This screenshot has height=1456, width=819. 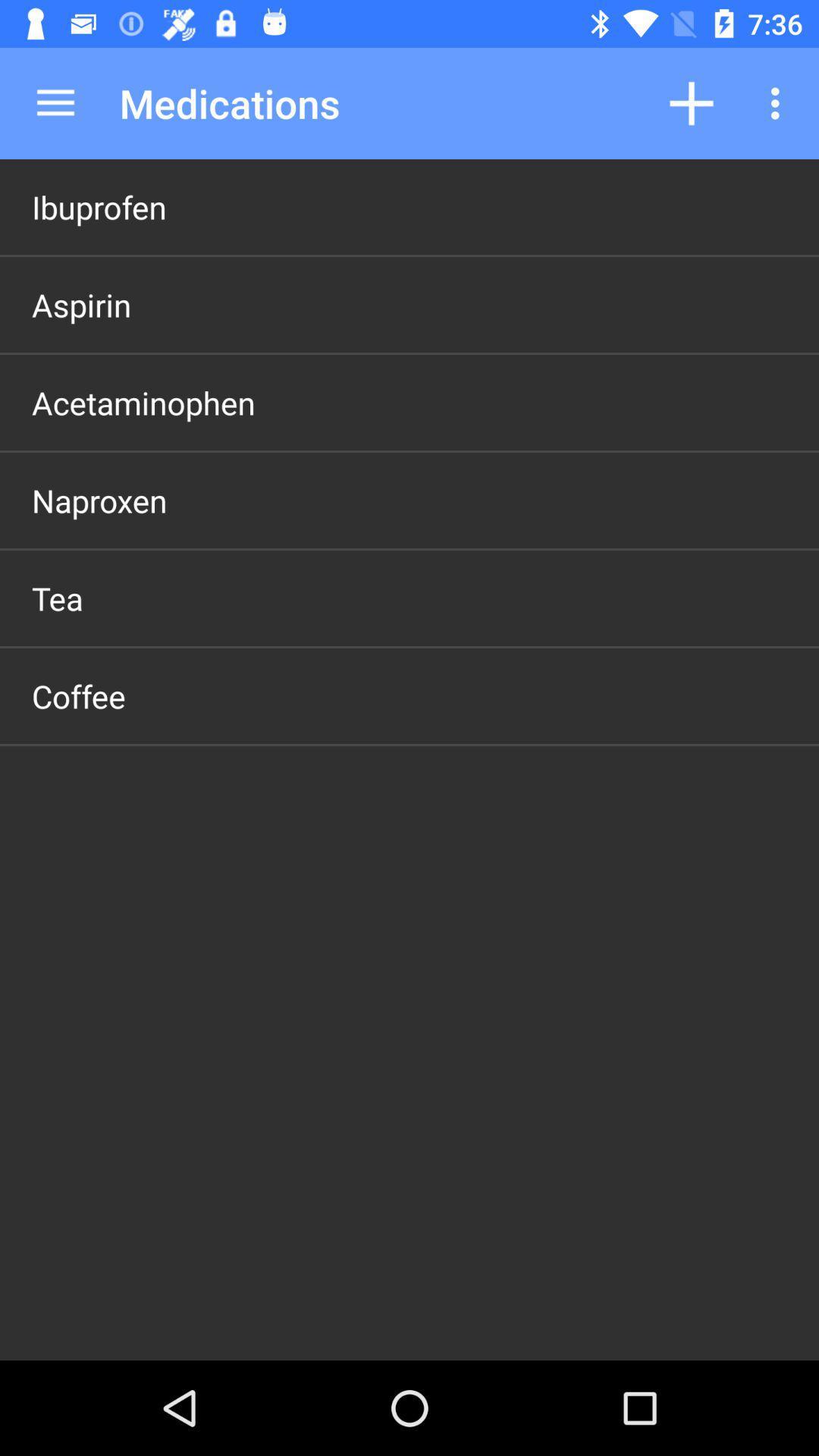 What do you see at coordinates (55, 102) in the screenshot?
I see `the item above ibuprofen app` at bounding box center [55, 102].